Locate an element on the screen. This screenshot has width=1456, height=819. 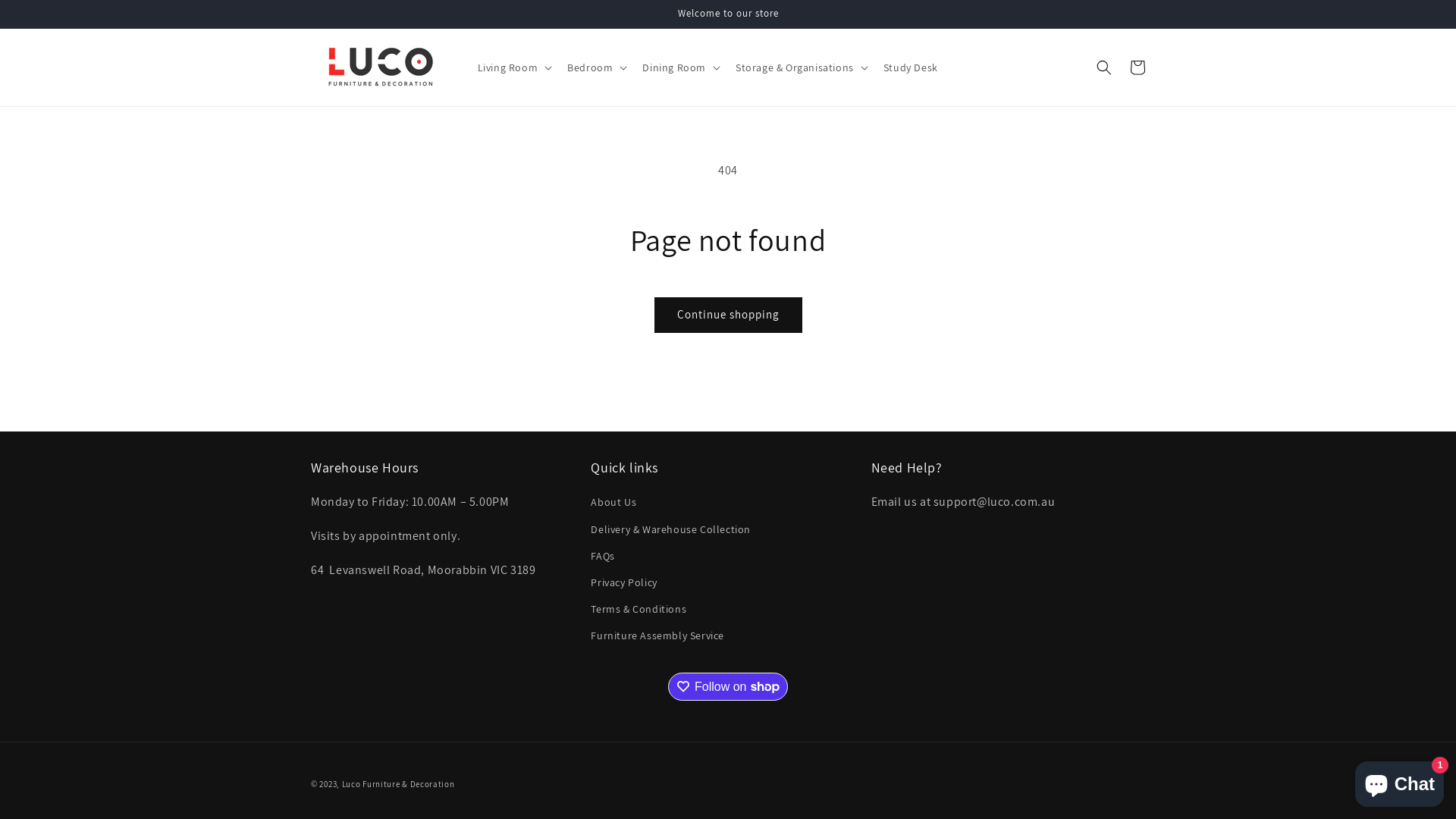
'Continue shopping' is located at coordinates (726, 314).